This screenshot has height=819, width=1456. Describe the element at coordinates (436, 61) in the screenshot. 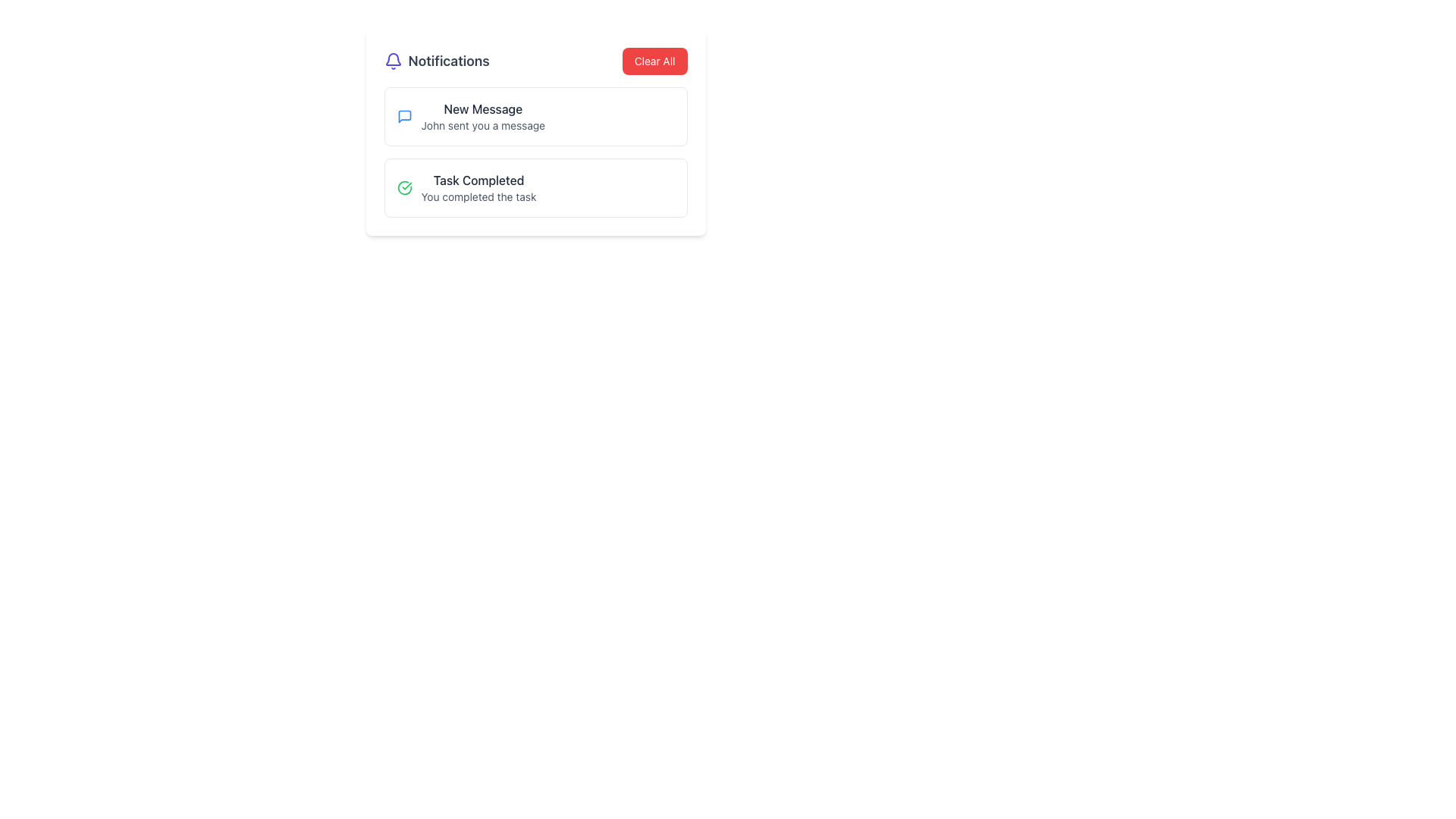

I see `the Label with an icon that titles the notification panel, positioned to the left of the layout before the 'Clear All' button` at that location.